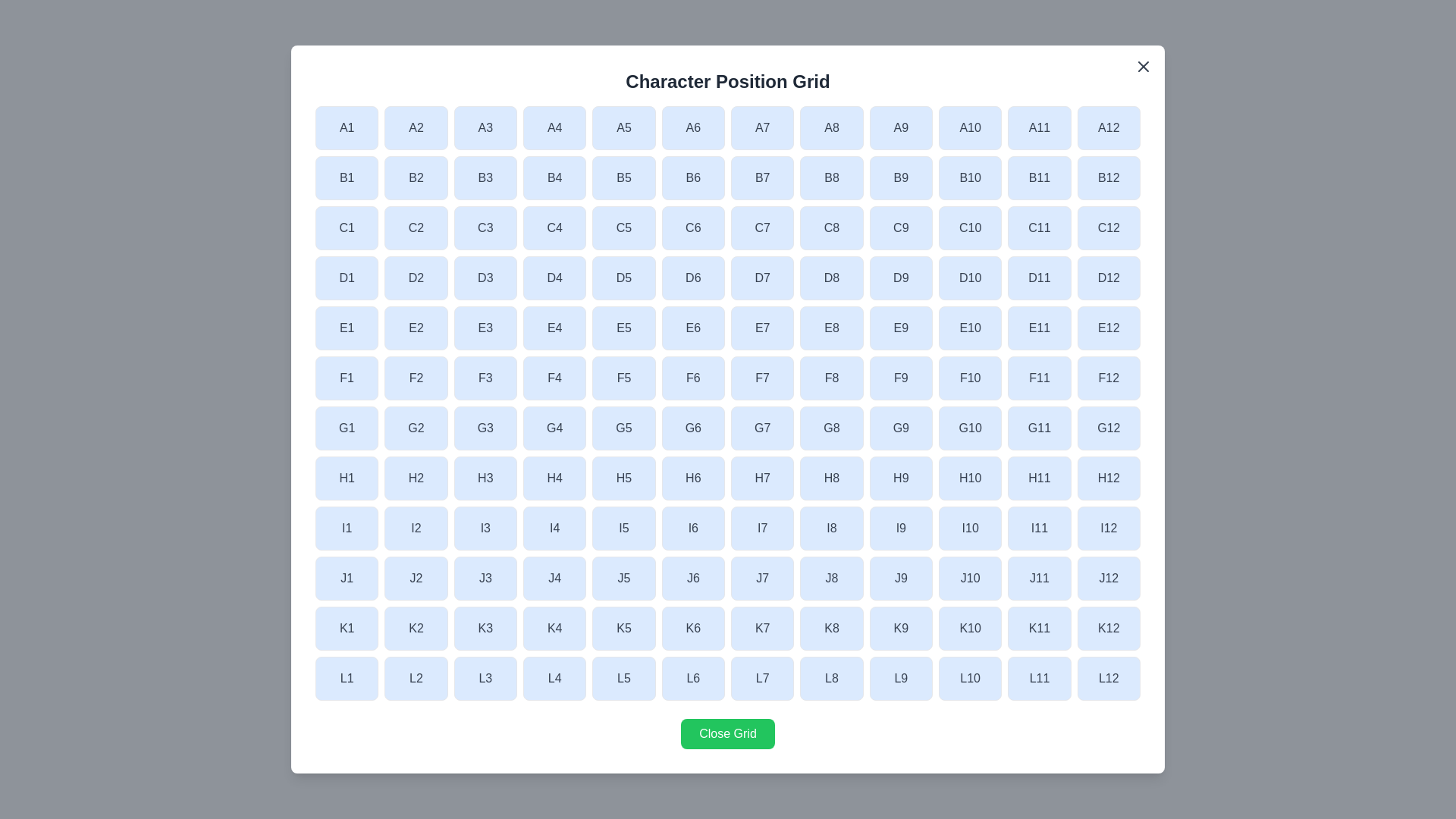 This screenshot has width=1456, height=819. I want to click on 'Close Grid' button to close the dialog, so click(728, 733).